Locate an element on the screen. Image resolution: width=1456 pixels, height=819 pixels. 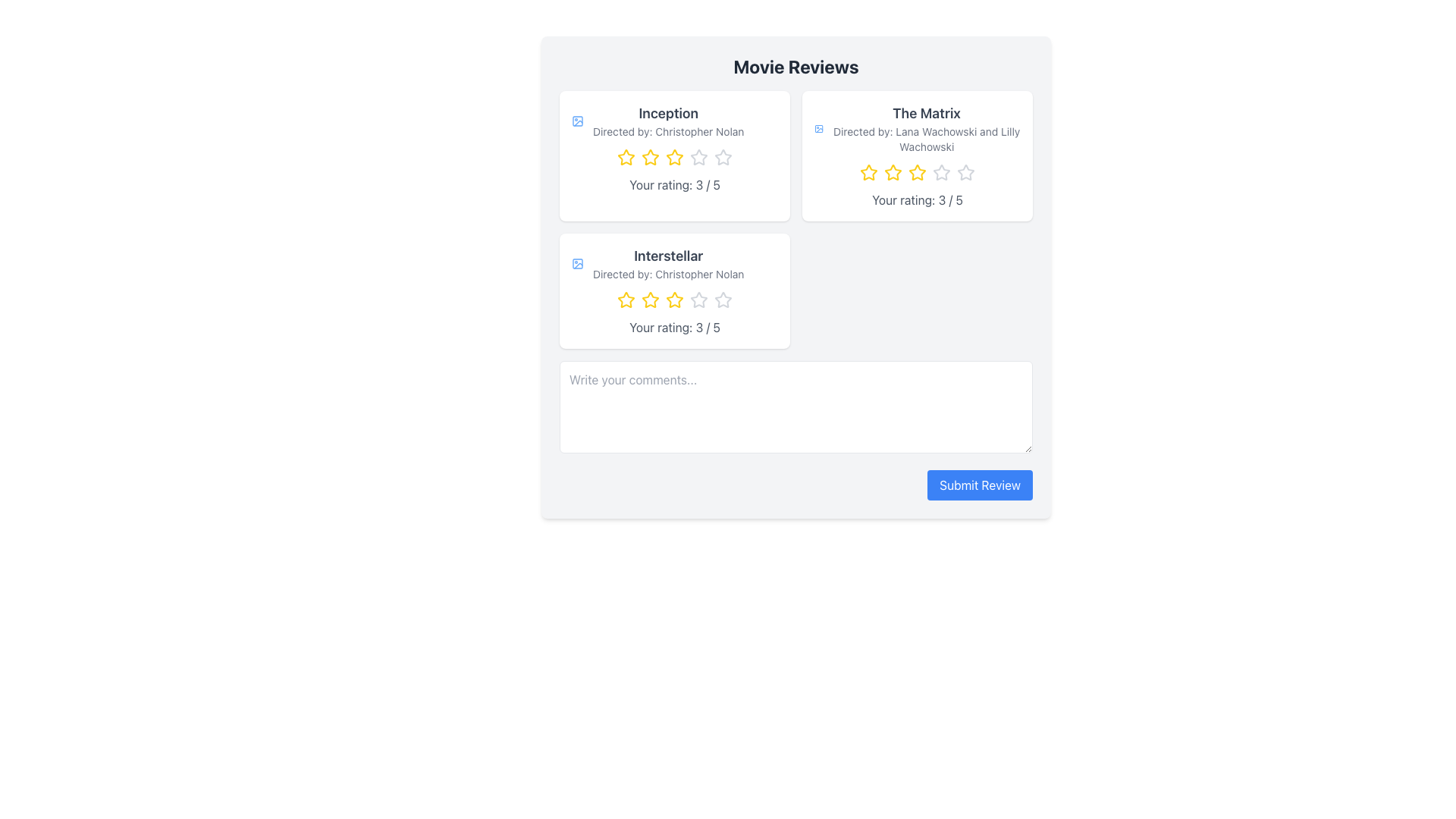
the text element displaying the director's name located below the title 'Interstellar' in the review card is located at coordinates (667, 275).